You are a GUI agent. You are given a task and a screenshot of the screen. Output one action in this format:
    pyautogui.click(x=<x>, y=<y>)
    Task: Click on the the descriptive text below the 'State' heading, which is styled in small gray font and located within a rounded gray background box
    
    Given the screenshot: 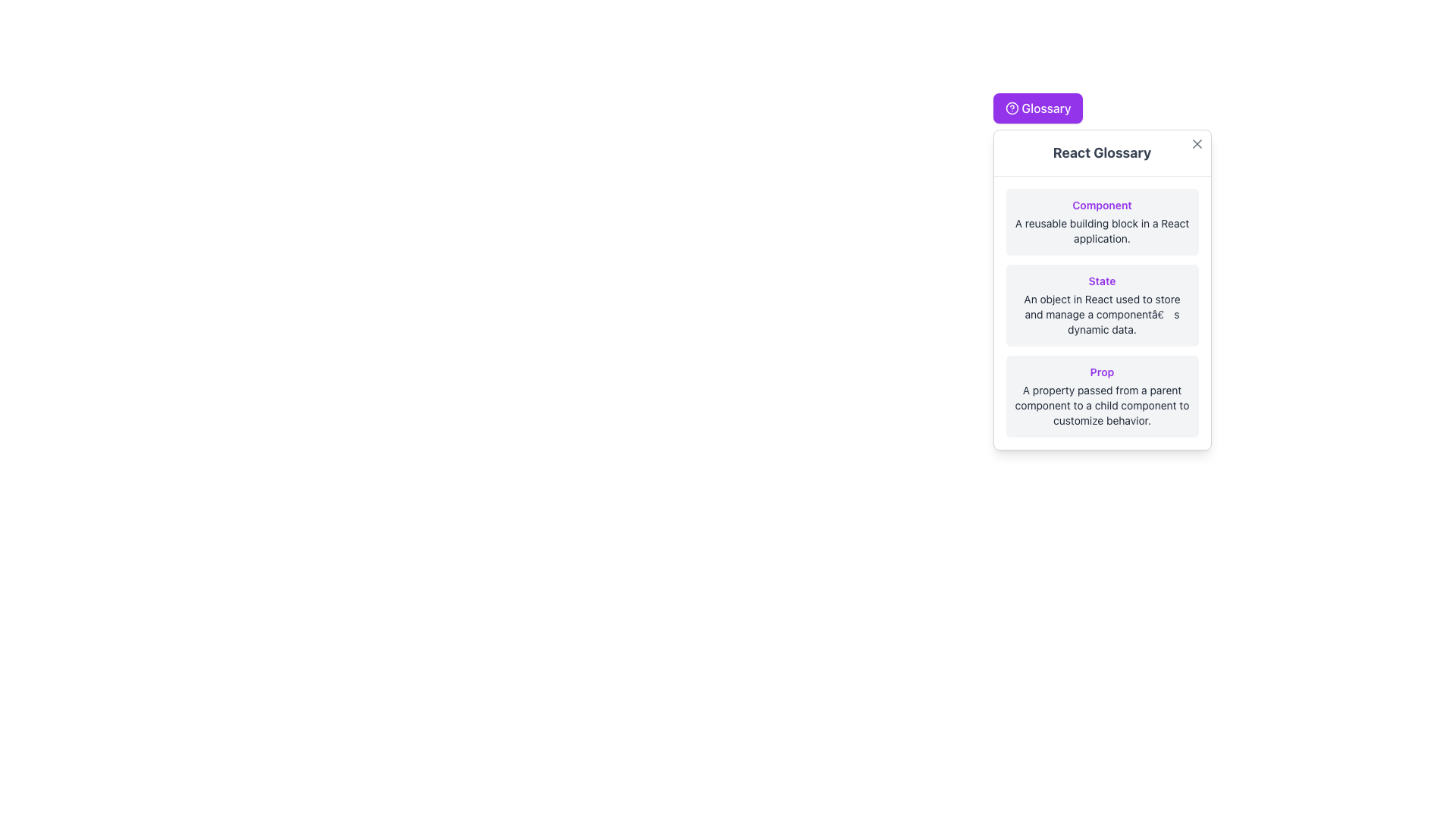 What is the action you would take?
    pyautogui.click(x=1102, y=314)
    